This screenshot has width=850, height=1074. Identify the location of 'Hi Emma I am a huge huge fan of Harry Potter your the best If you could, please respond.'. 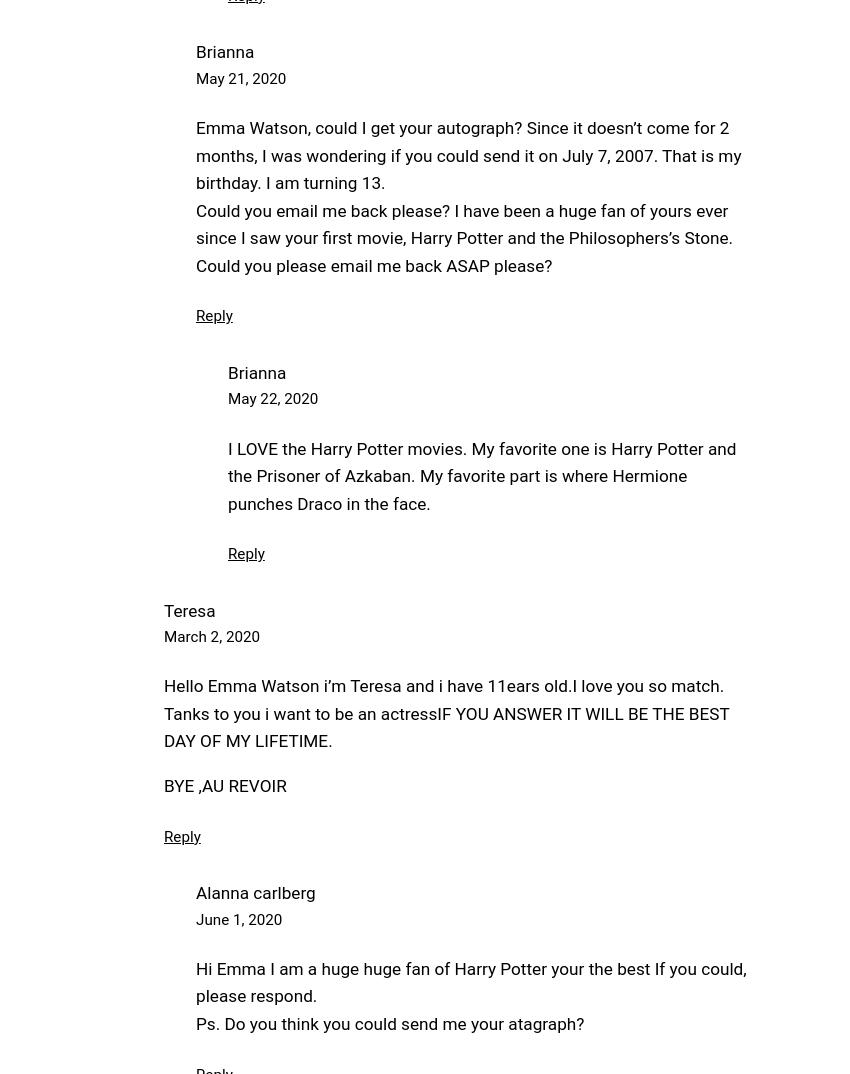
(470, 980).